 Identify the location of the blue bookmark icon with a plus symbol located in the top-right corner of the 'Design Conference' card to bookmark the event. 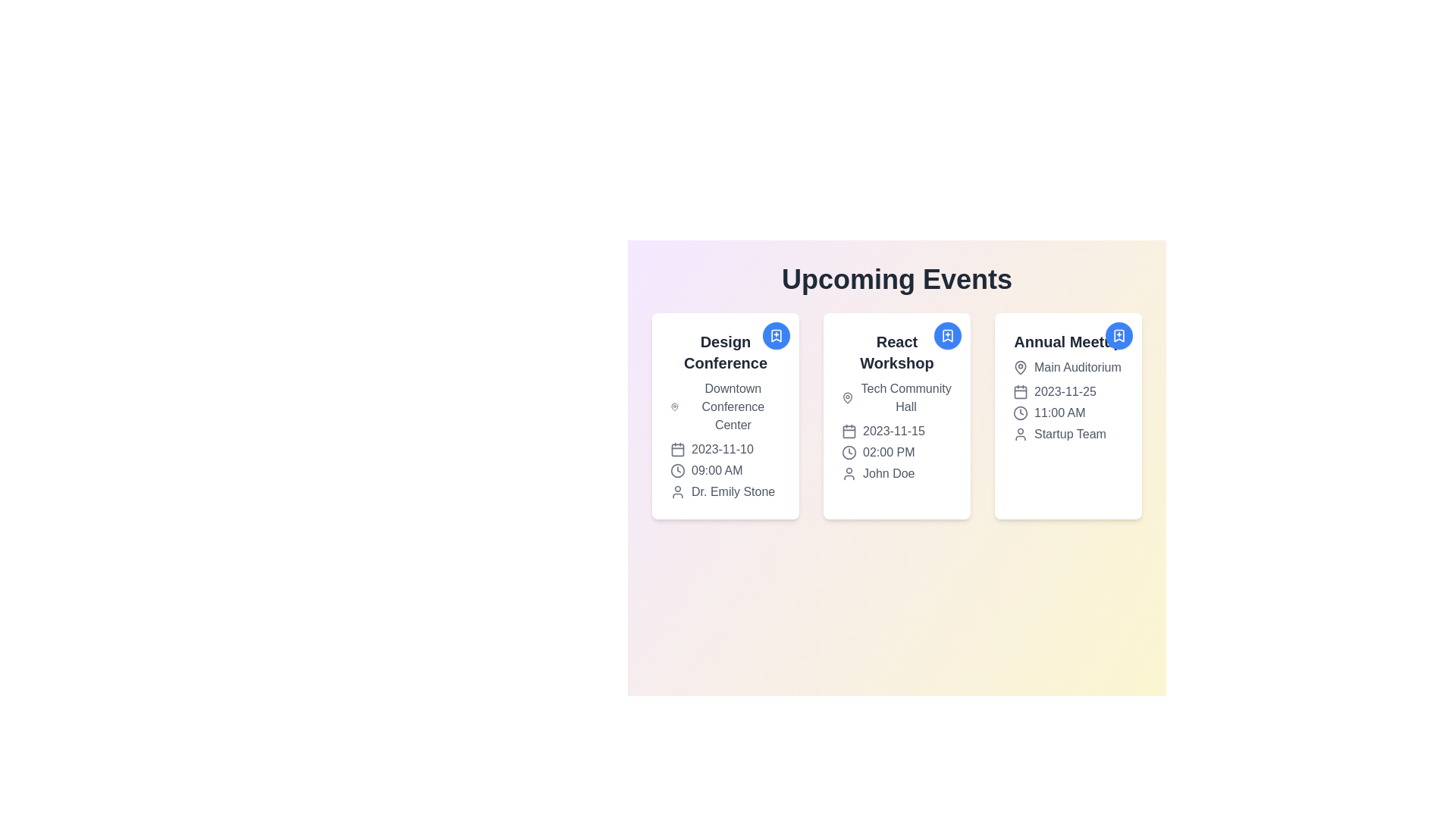
(776, 335).